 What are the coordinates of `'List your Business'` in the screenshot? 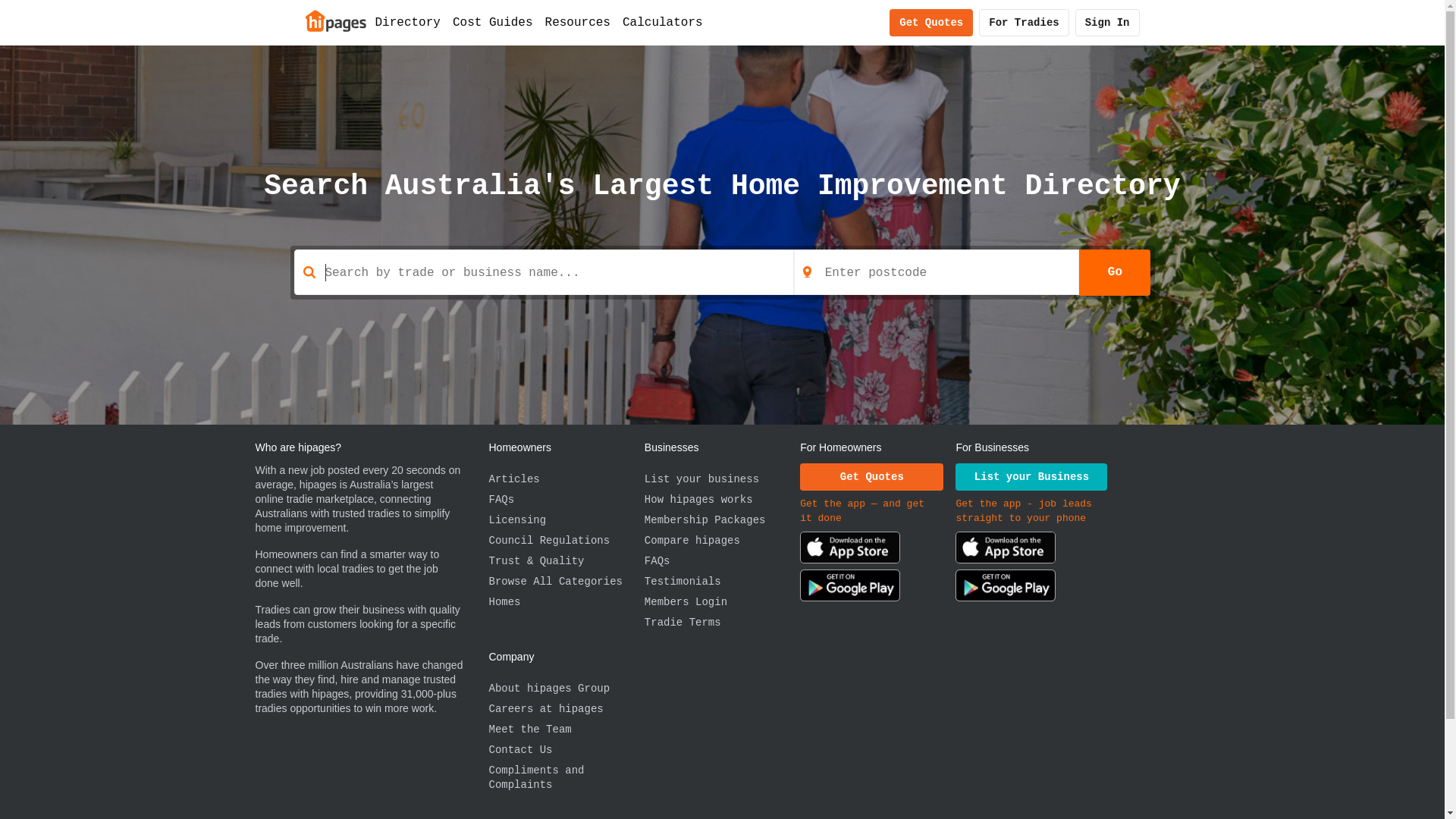 It's located at (954, 475).